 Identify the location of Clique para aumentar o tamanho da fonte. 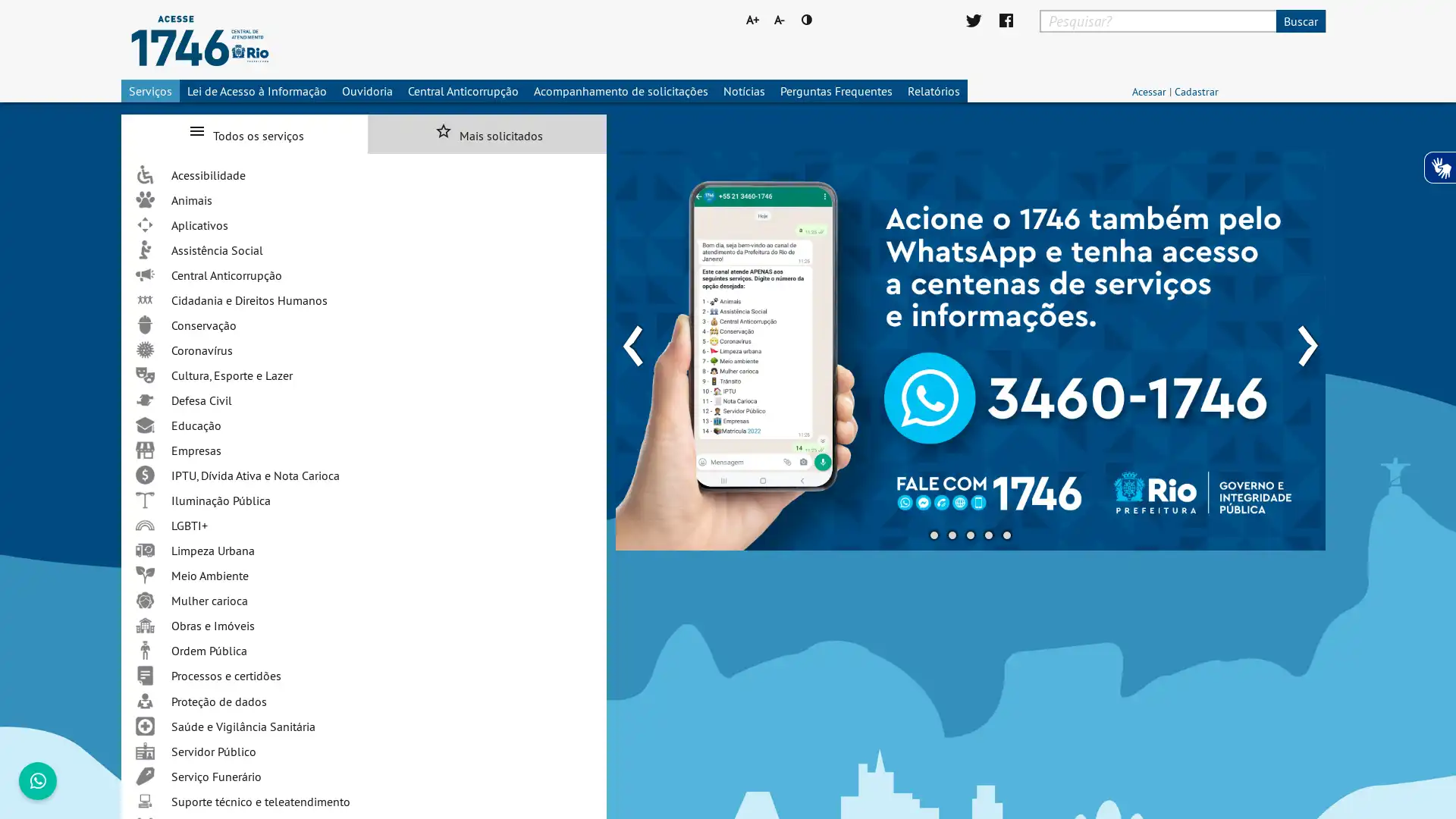
(750, 20).